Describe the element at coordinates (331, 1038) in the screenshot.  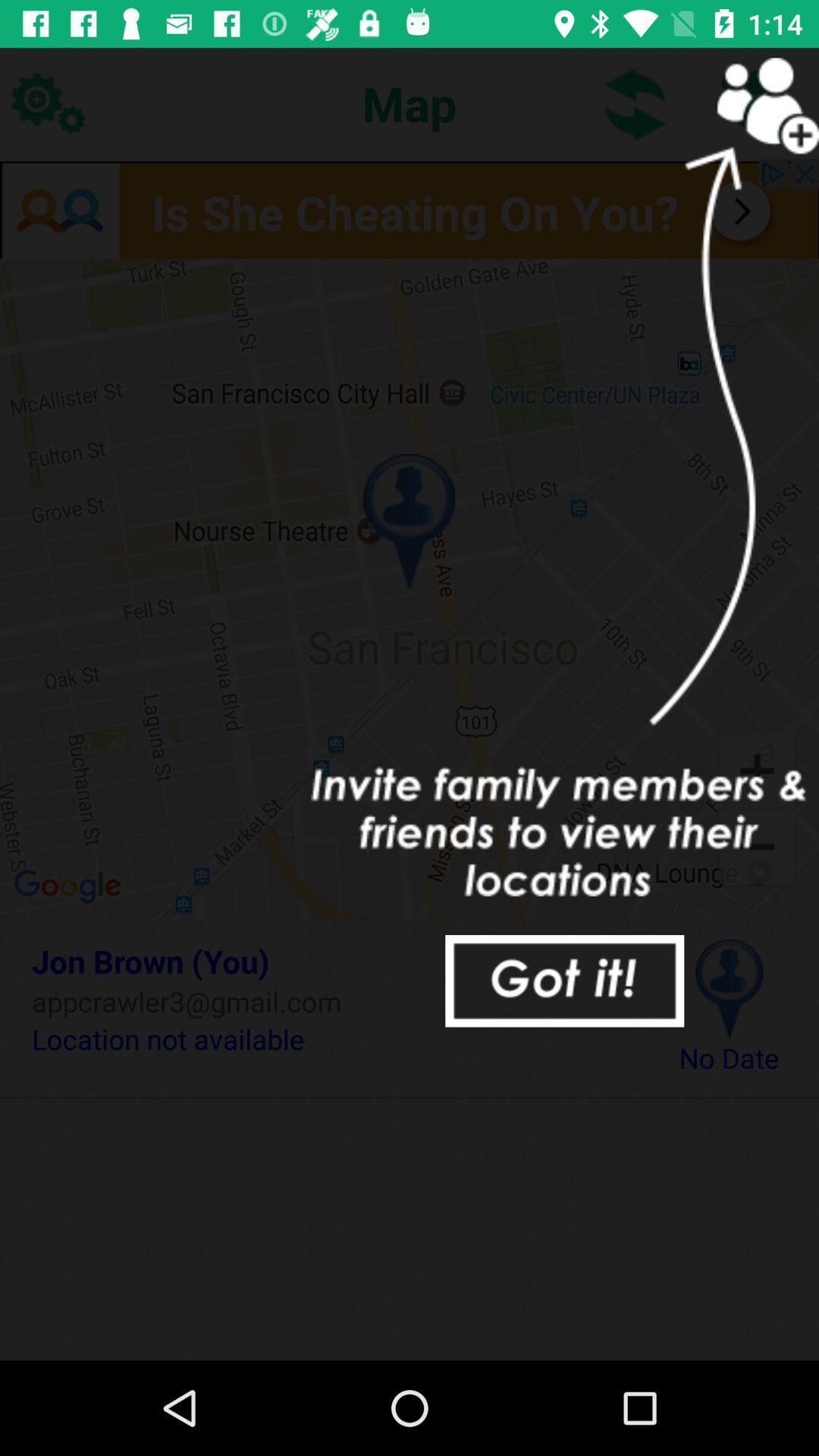
I see `the item below appcrawler3@gmail.com item` at that location.